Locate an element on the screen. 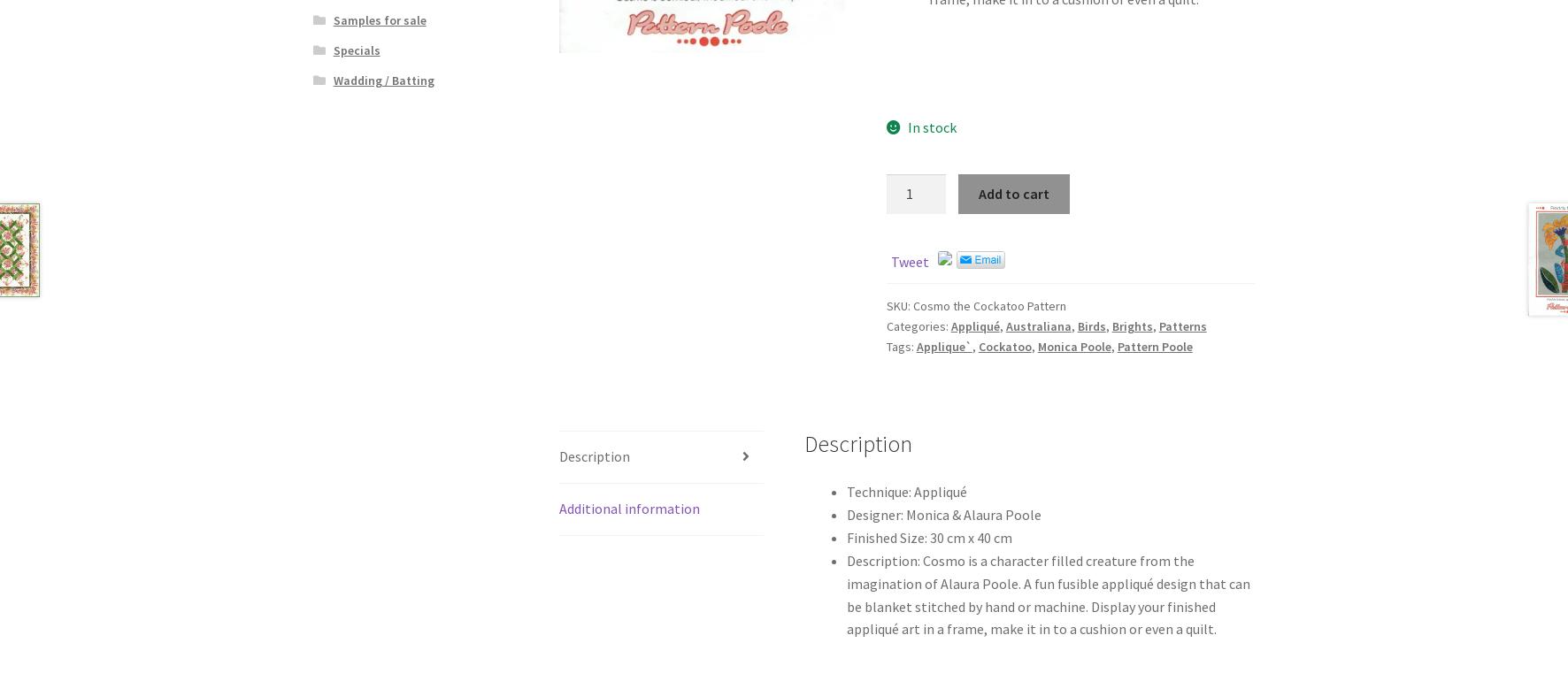 The width and height of the screenshot is (1568, 681). 'Technique: Appliqué' is located at coordinates (906, 492).